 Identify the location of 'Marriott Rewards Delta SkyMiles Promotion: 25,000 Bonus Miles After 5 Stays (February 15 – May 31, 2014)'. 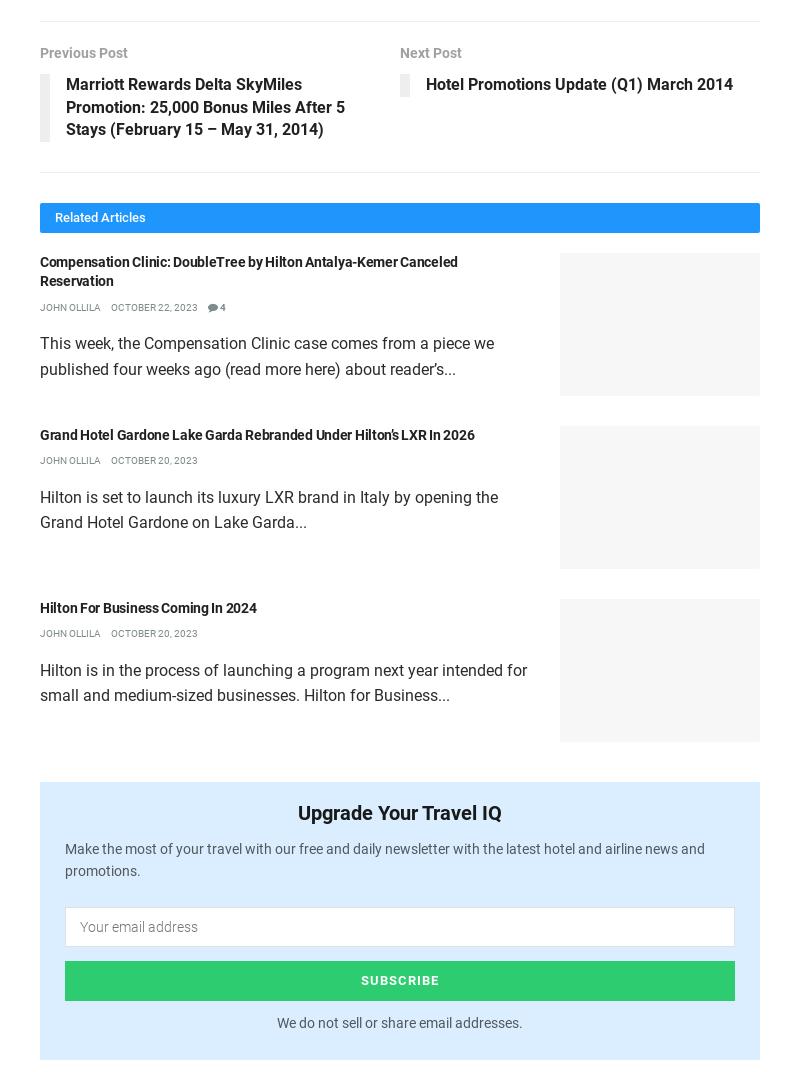
(205, 106).